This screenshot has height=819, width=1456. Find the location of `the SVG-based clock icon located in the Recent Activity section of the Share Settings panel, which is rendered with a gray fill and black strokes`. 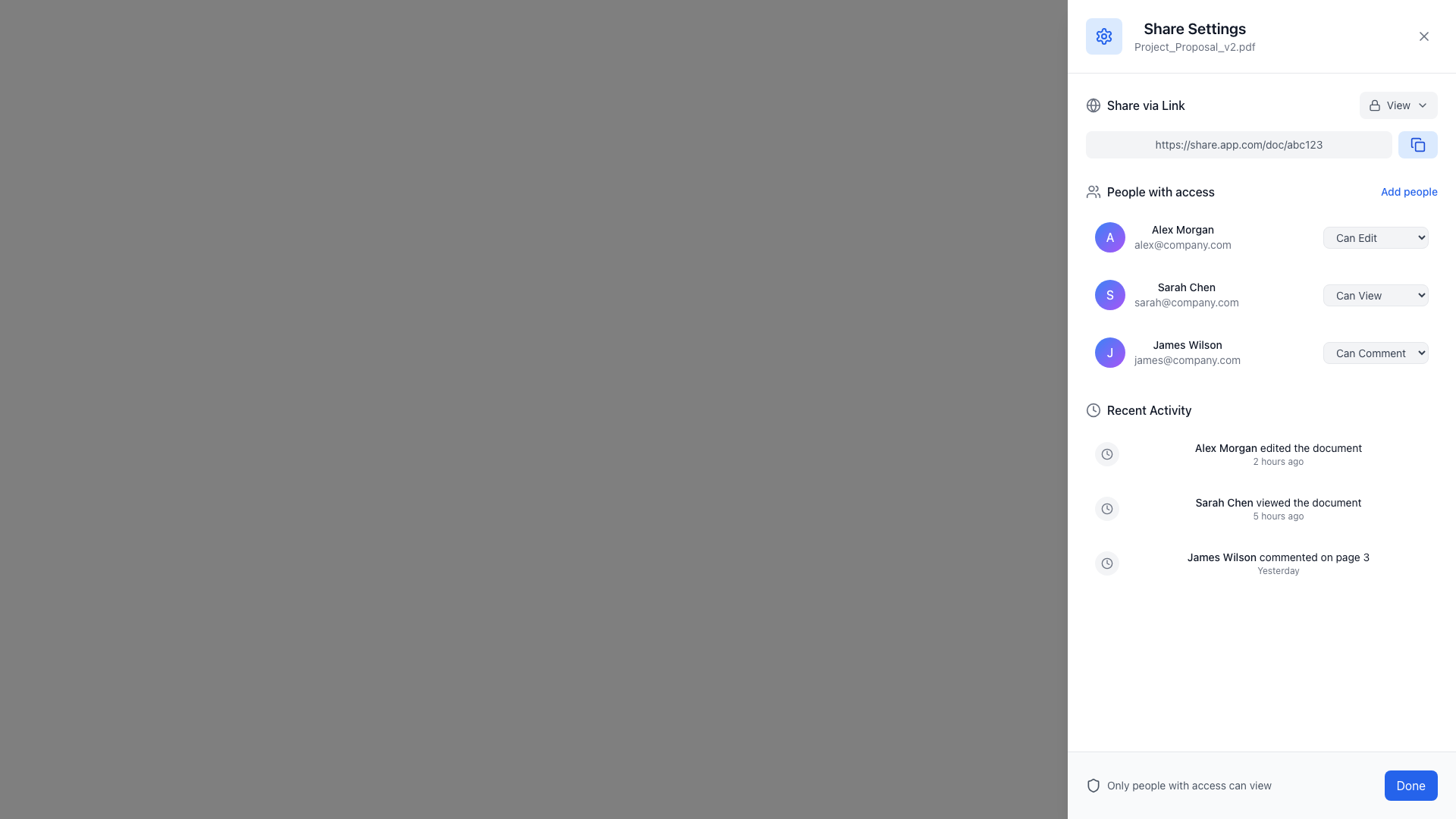

the SVG-based clock icon located in the Recent Activity section of the Share Settings panel, which is rendered with a gray fill and black strokes is located at coordinates (1106, 453).